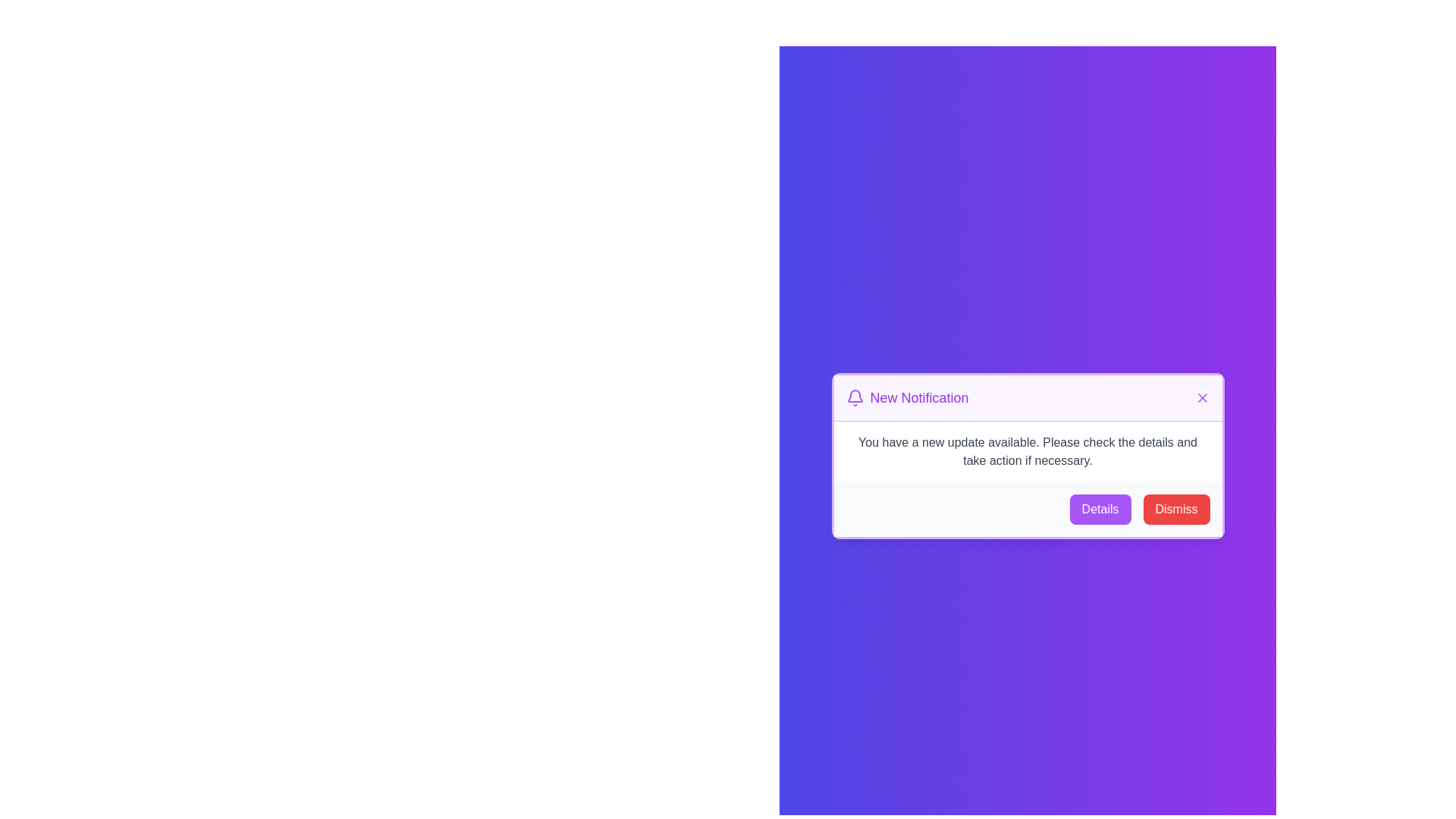 This screenshot has height=819, width=1456. I want to click on the notification icon located to the far left of the text 'New Notification' in the notification bar, so click(855, 397).